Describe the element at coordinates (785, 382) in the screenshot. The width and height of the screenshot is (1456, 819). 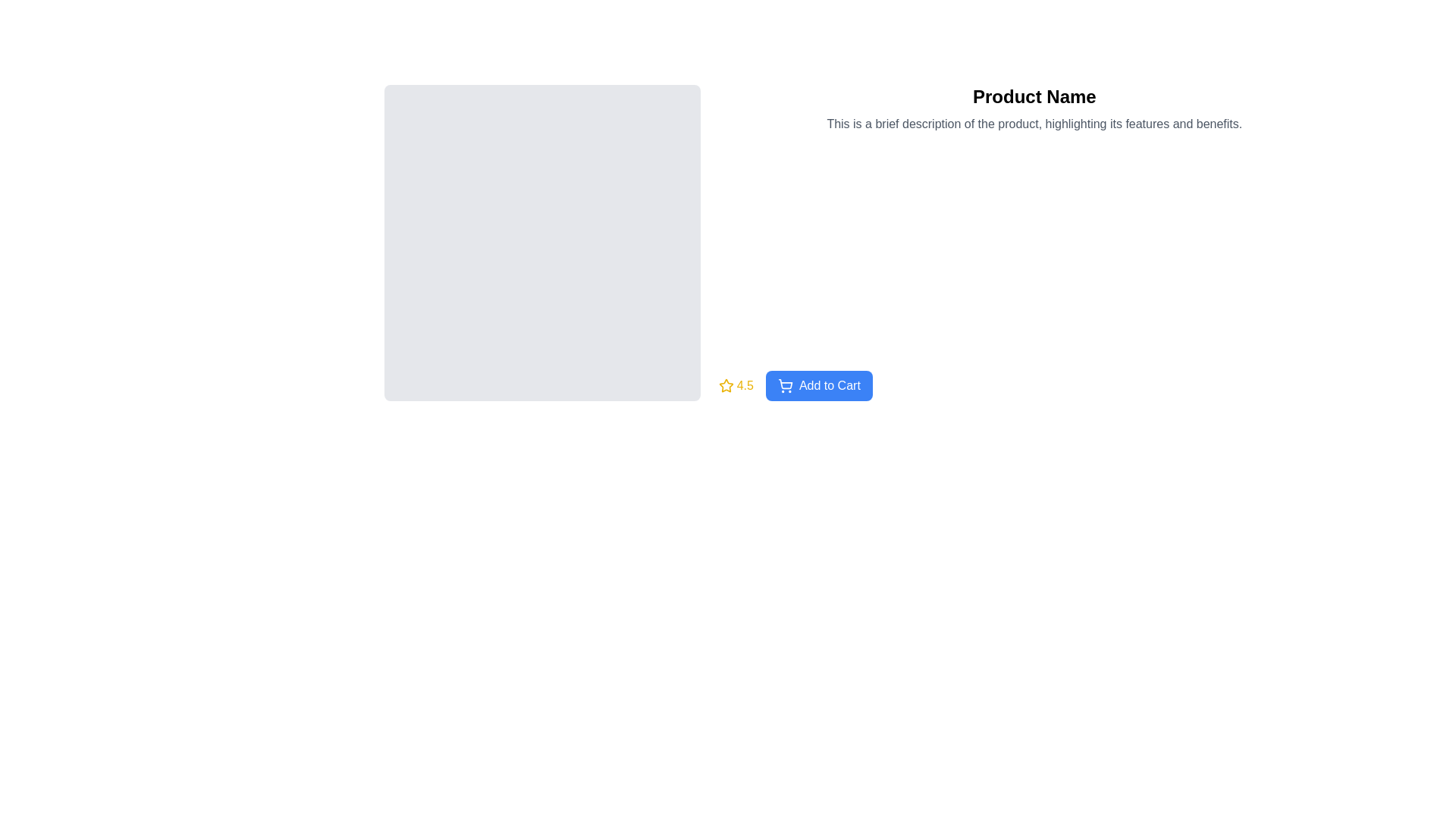
I see `the shopping cart icon located on the right side of the interface, adjacent to the 'Add to Cart' button` at that location.